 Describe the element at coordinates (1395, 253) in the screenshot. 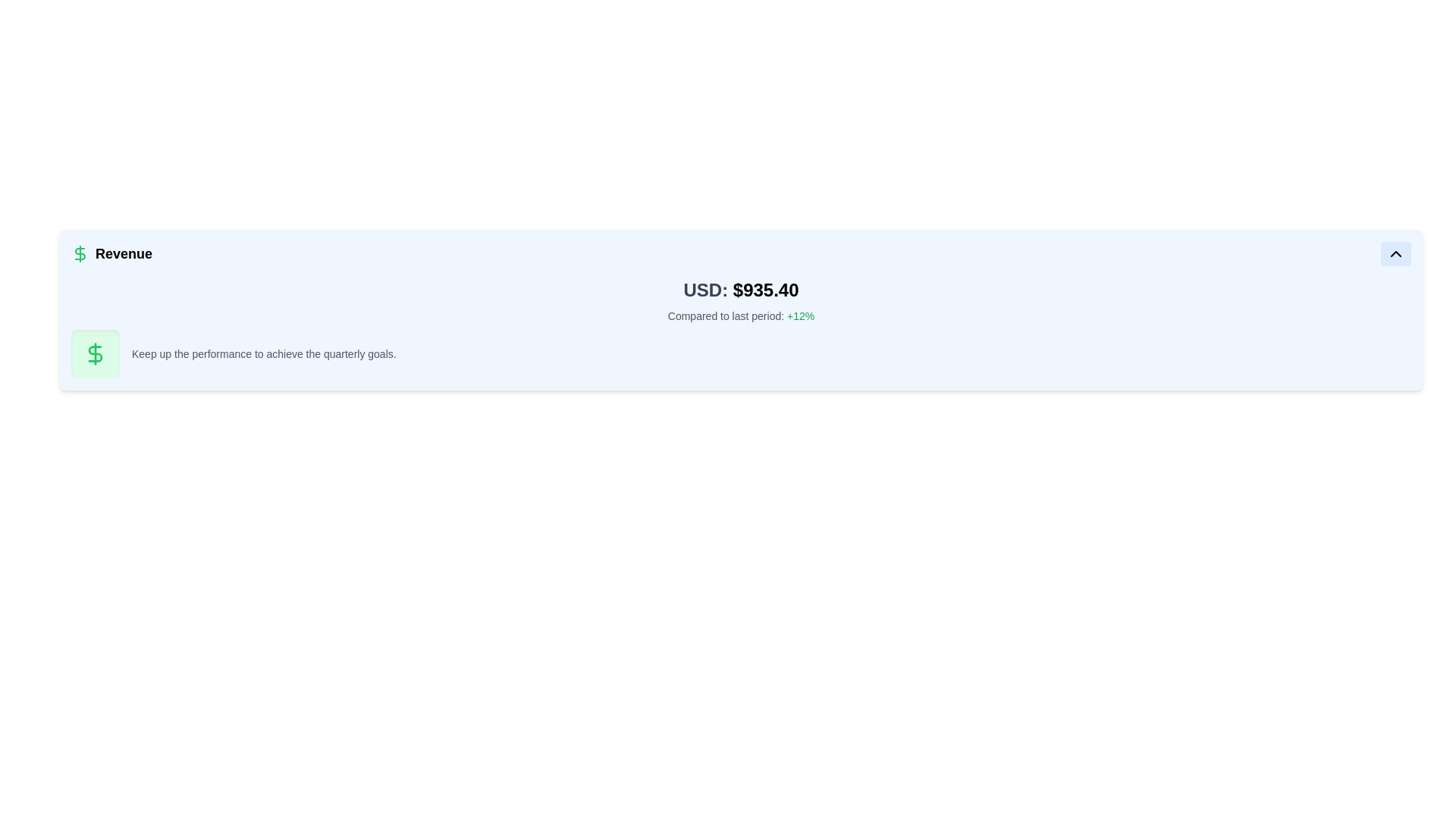

I see `the upward chevron icon located on the right-hand side of the interface` at that location.